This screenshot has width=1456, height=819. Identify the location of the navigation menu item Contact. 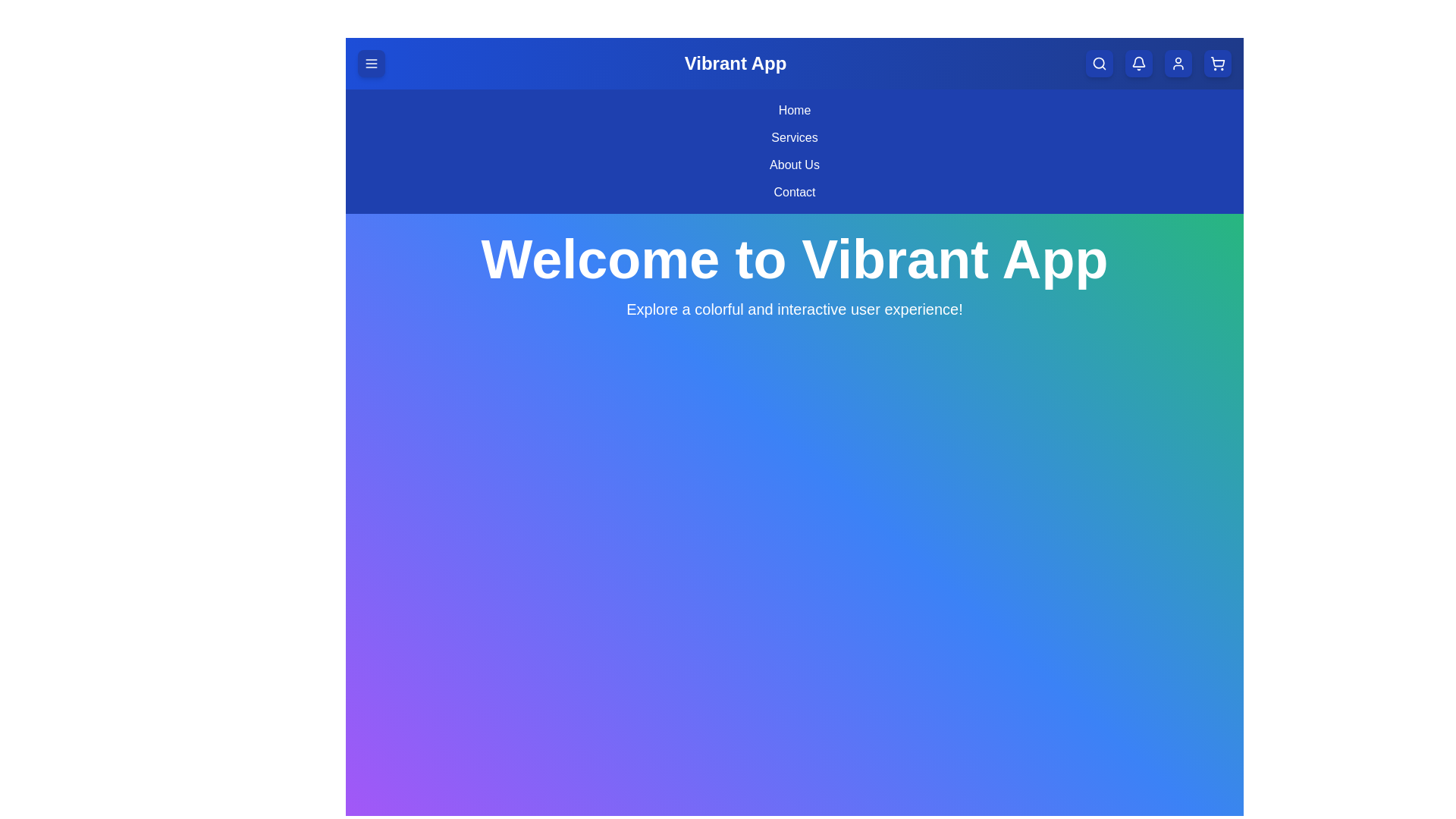
(793, 192).